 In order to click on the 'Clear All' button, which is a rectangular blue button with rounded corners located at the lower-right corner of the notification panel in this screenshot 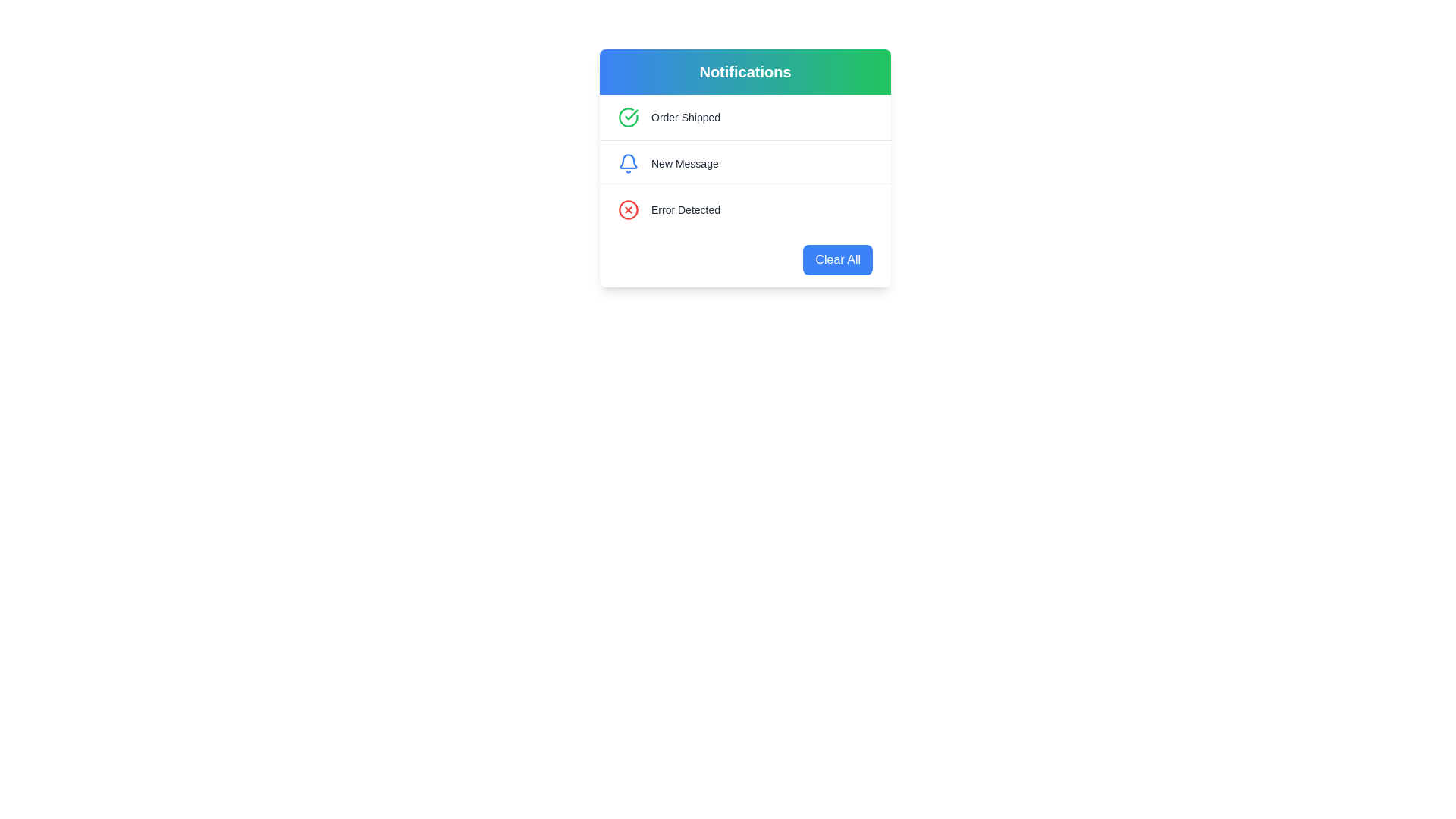, I will do `click(837, 259)`.